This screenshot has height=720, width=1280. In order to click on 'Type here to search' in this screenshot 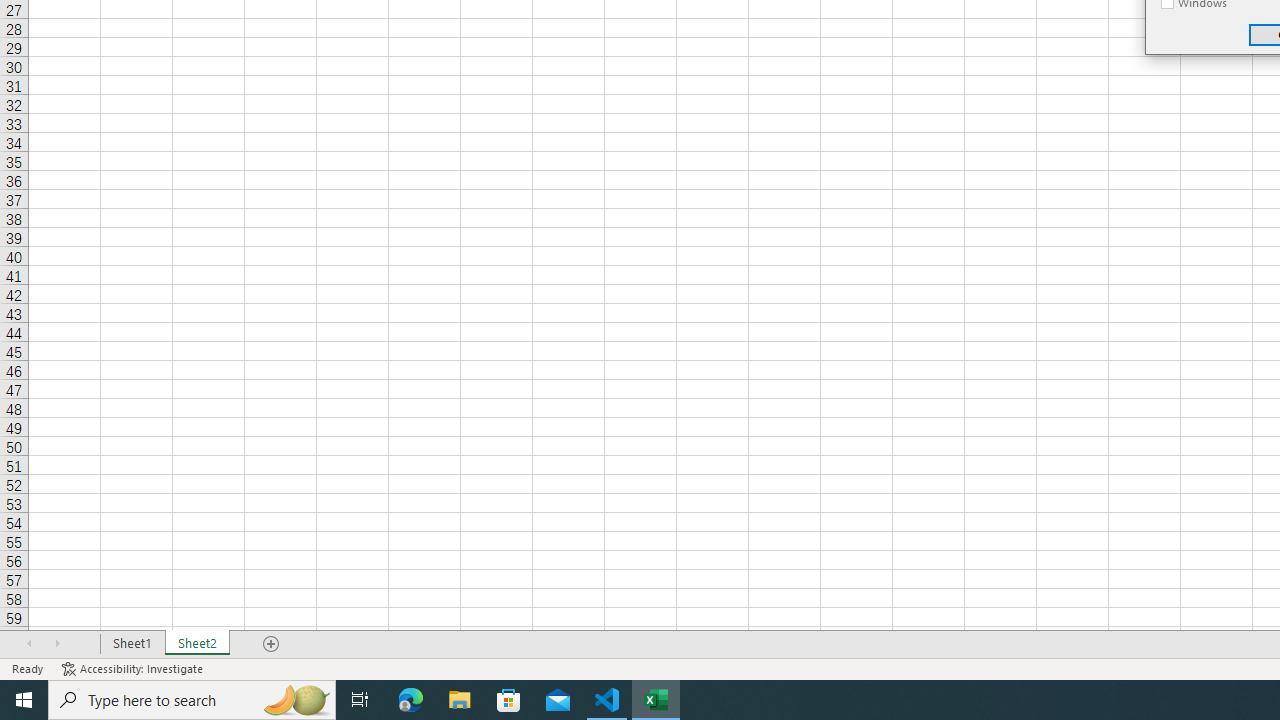, I will do `click(192, 698)`.